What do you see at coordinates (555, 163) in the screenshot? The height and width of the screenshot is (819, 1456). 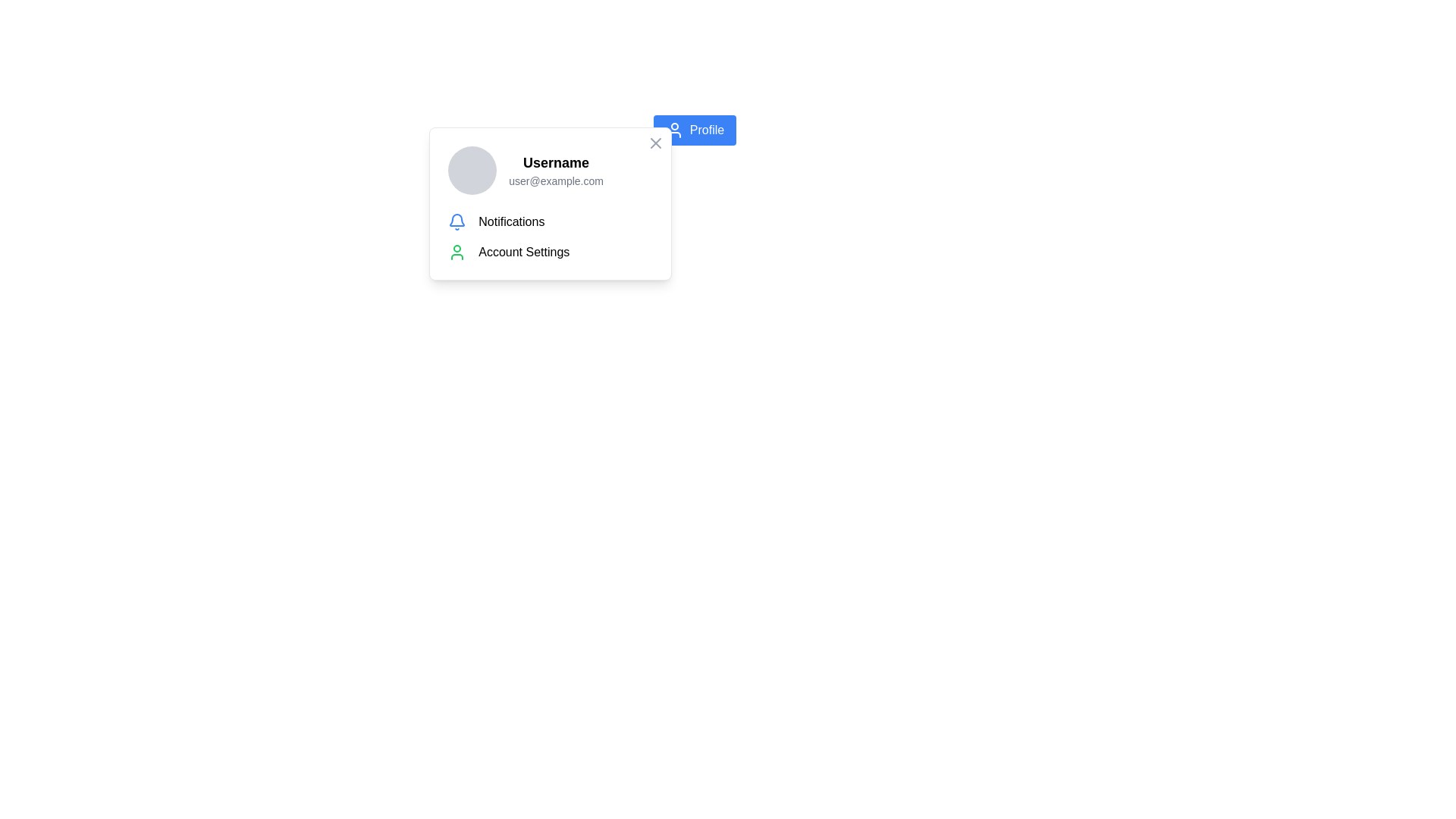 I see `bold, black 'Username' text label located at the top part of the profile card popup, positioned above the email text 'user@example.com'` at bounding box center [555, 163].